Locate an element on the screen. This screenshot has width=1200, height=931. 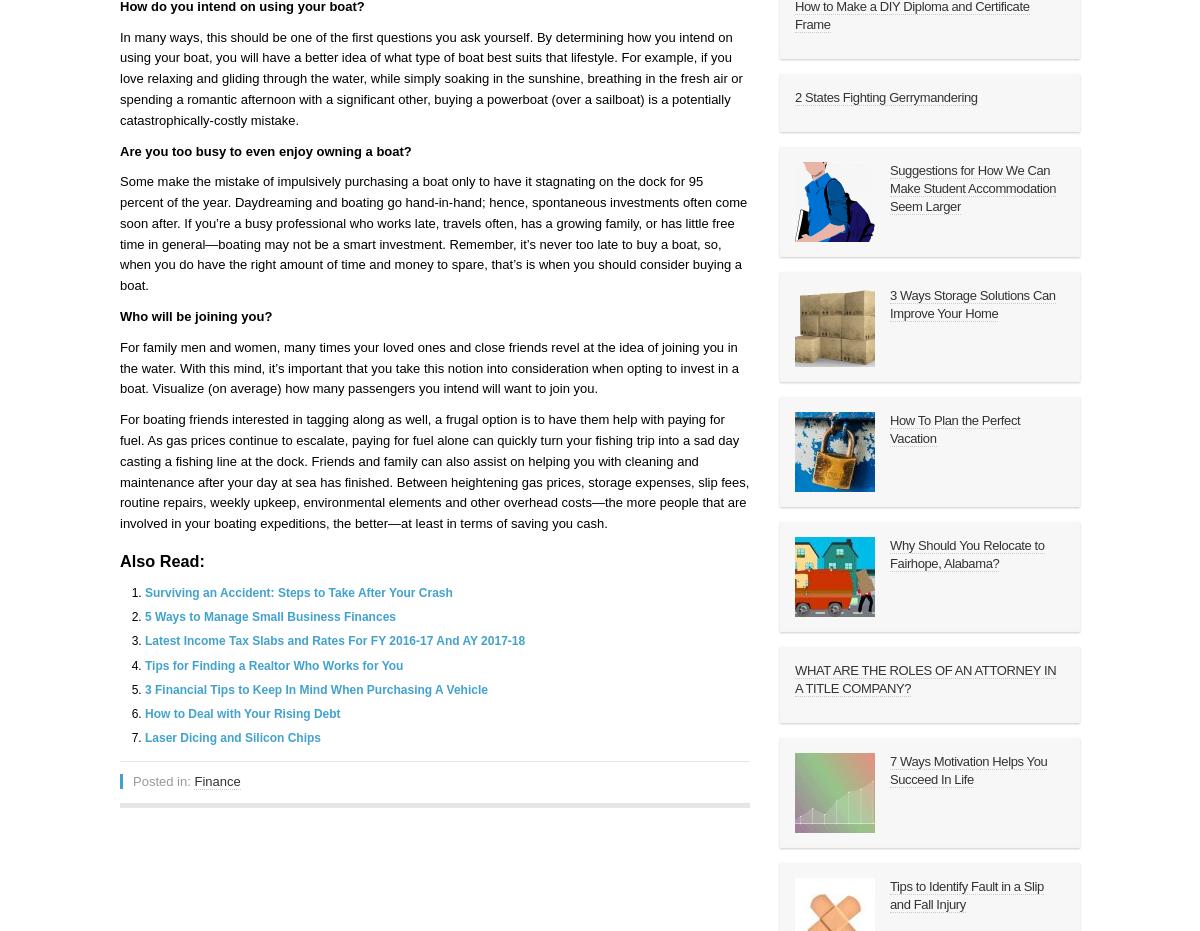
'Finance' is located at coordinates (215, 781).